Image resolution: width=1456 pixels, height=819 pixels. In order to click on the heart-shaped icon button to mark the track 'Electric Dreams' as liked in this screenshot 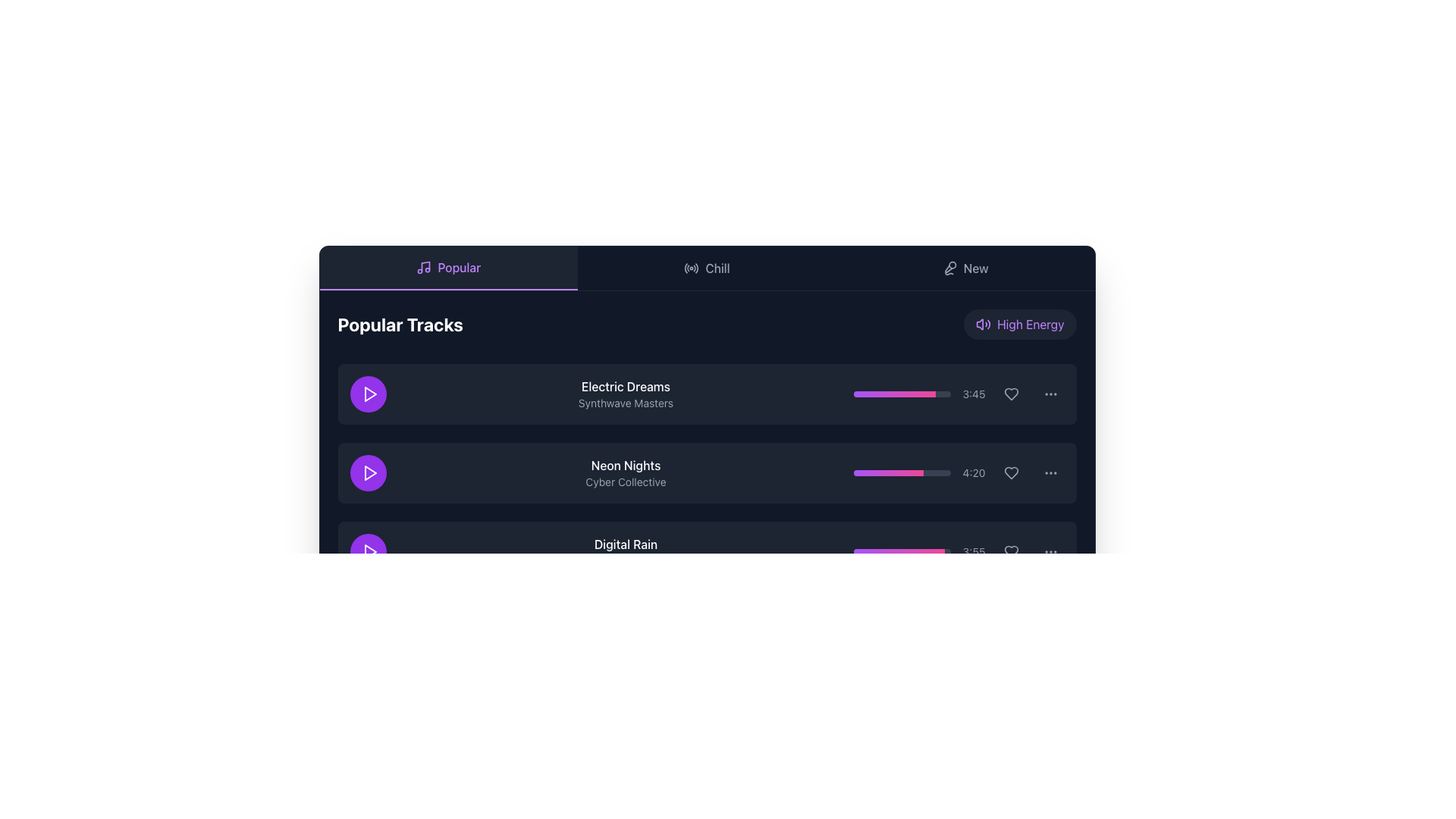, I will do `click(1011, 394)`.